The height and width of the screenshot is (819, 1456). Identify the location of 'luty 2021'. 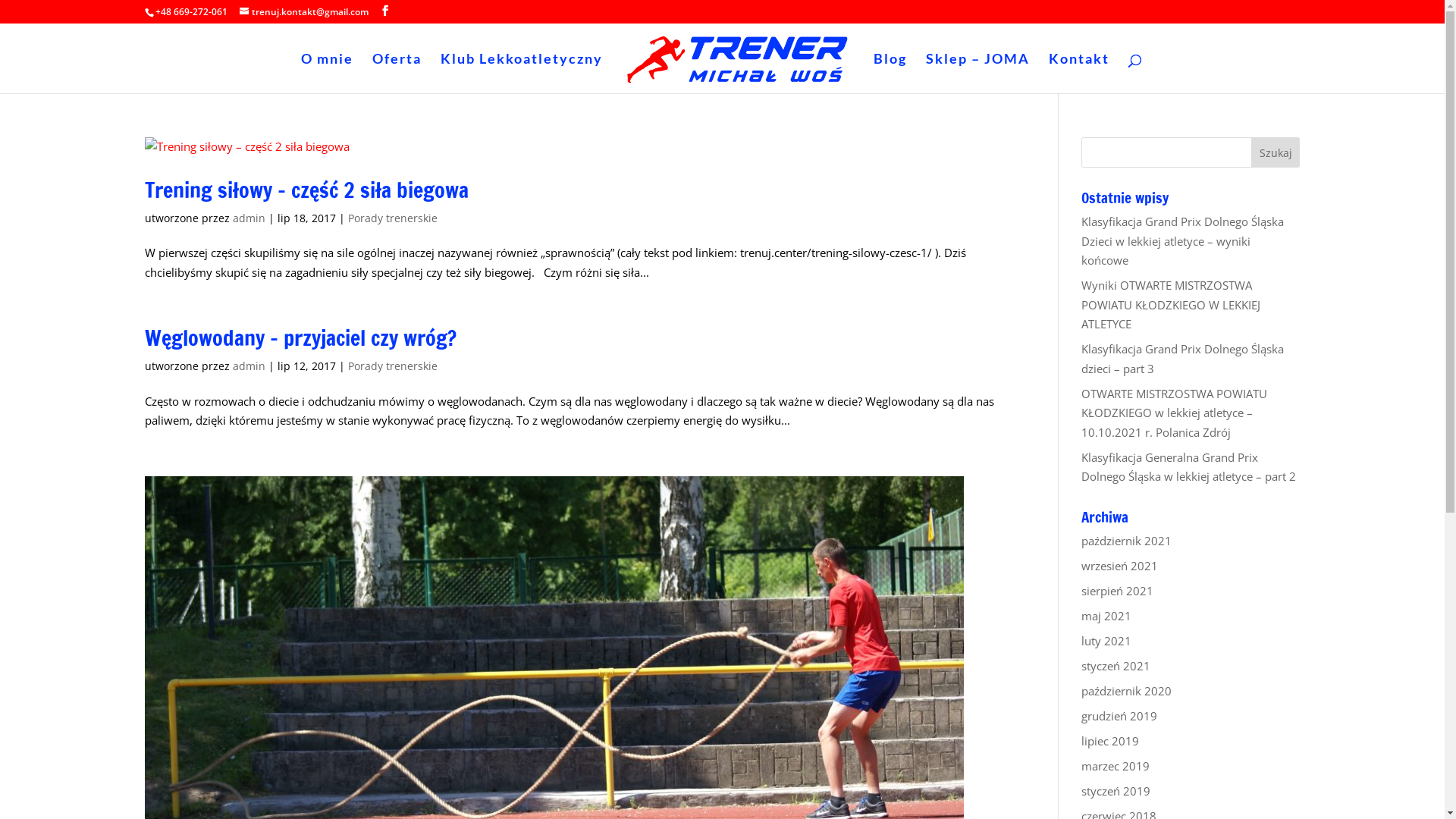
(1106, 640).